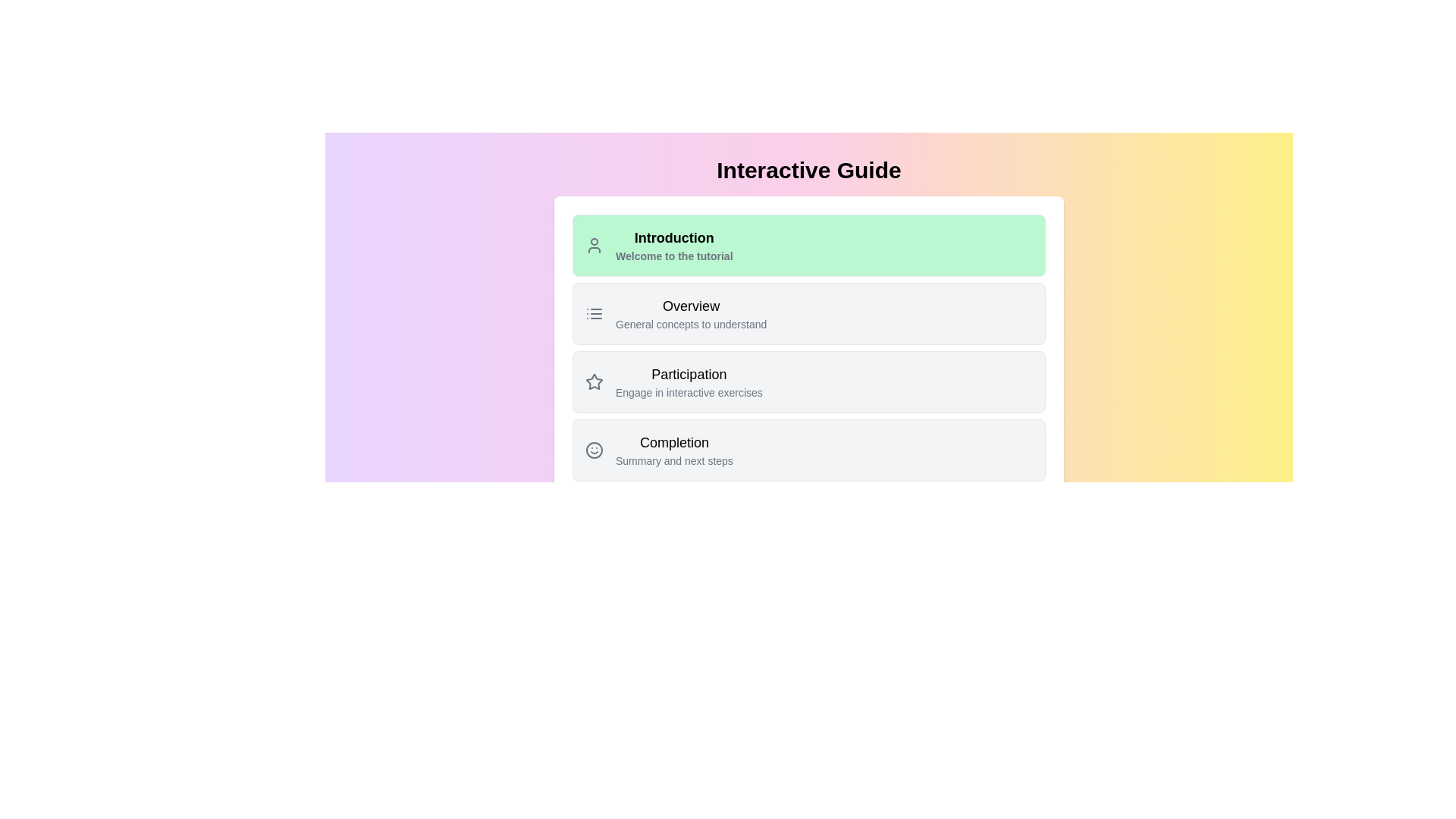 The width and height of the screenshot is (1456, 819). I want to click on the 'Overview' label element, which serves as a navigation entry with a title and description, located in the second row of the list between 'Introduction' and 'Participation', so click(690, 312).